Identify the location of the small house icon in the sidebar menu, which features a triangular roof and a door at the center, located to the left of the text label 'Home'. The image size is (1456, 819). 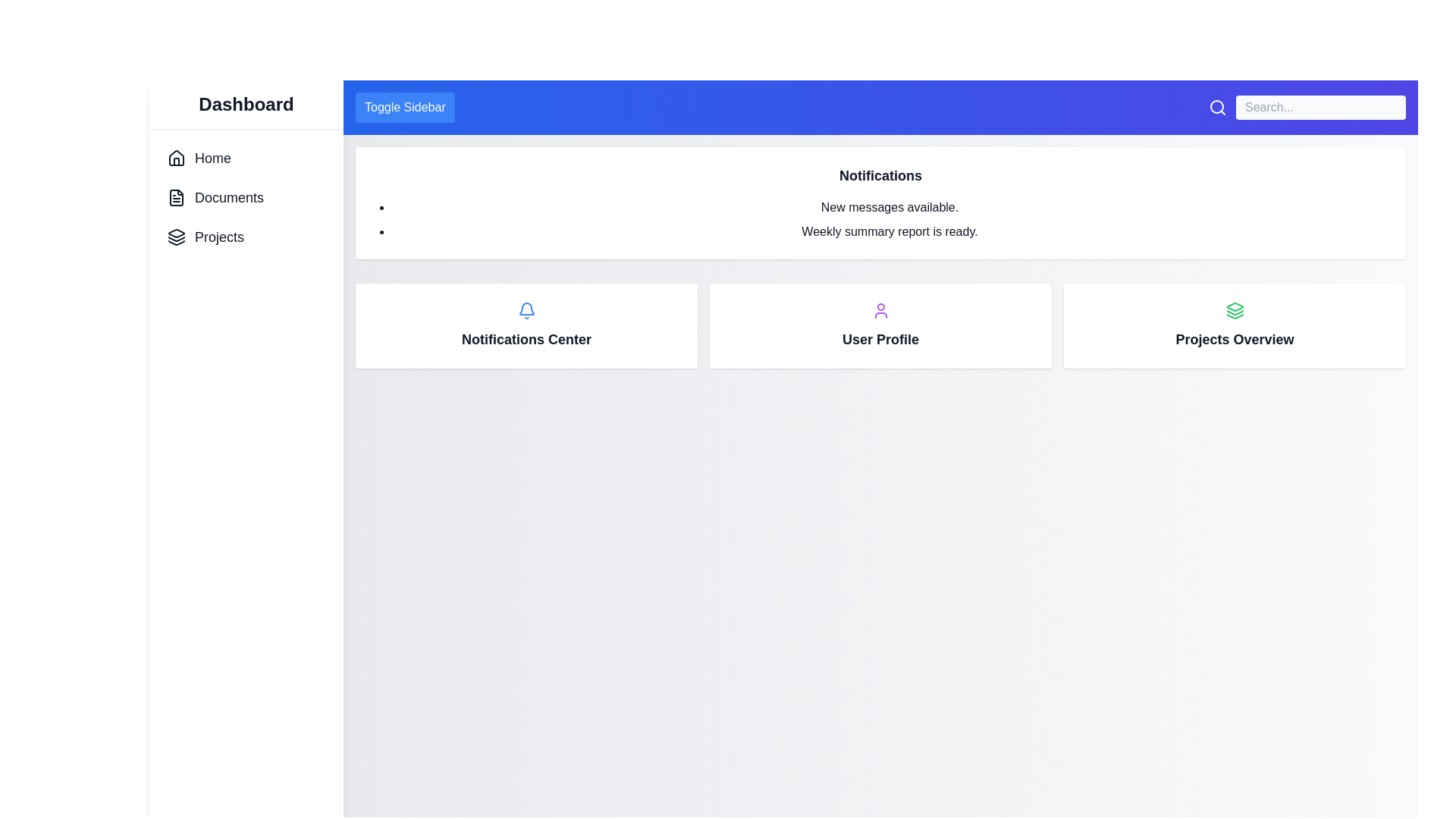
(177, 158).